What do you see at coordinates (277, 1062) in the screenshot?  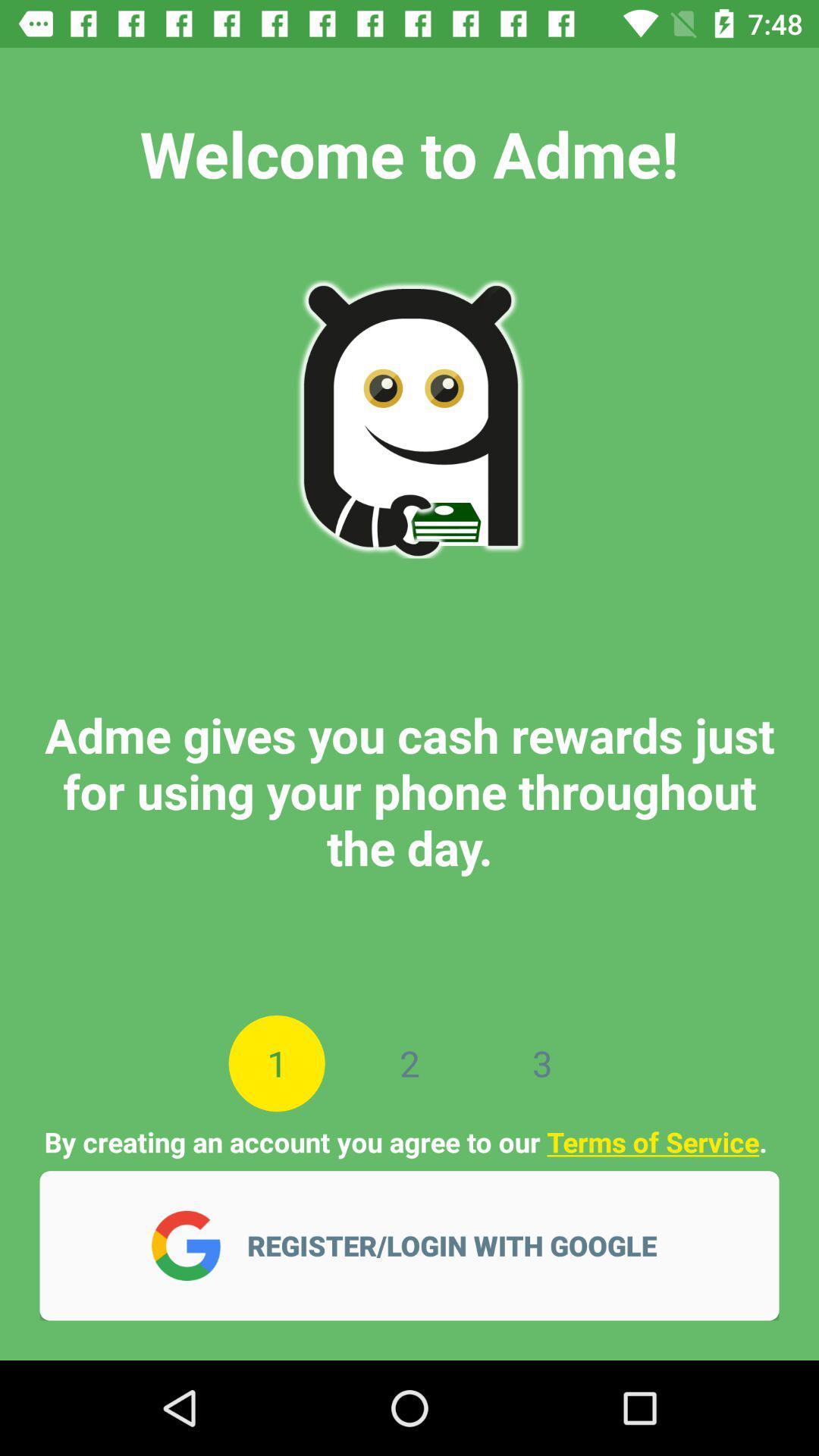 I see `the icon to the left of the 2 item` at bounding box center [277, 1062].